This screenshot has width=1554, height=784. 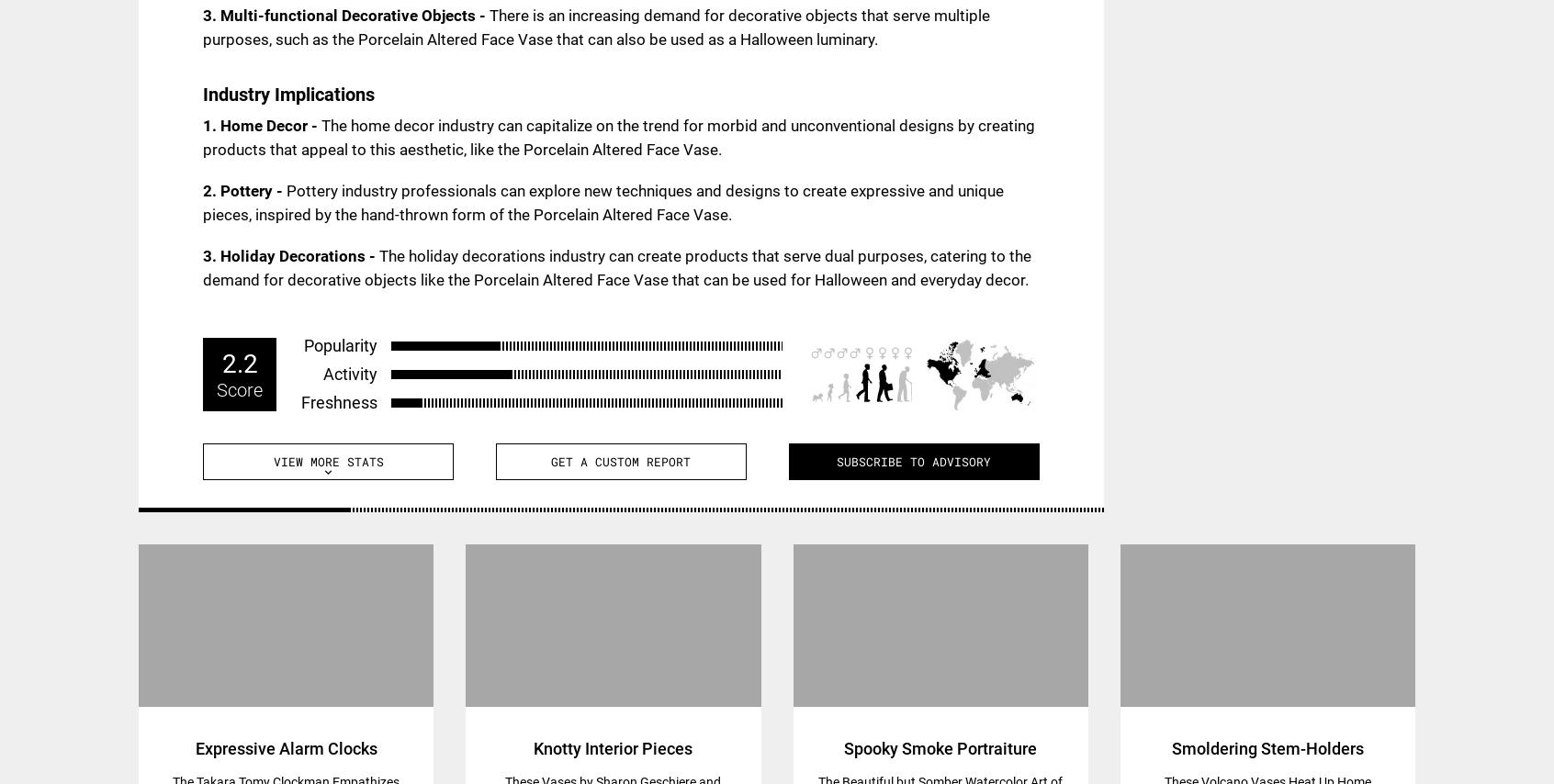 I want to click on 'expand_more', so click(x=321, y=471).